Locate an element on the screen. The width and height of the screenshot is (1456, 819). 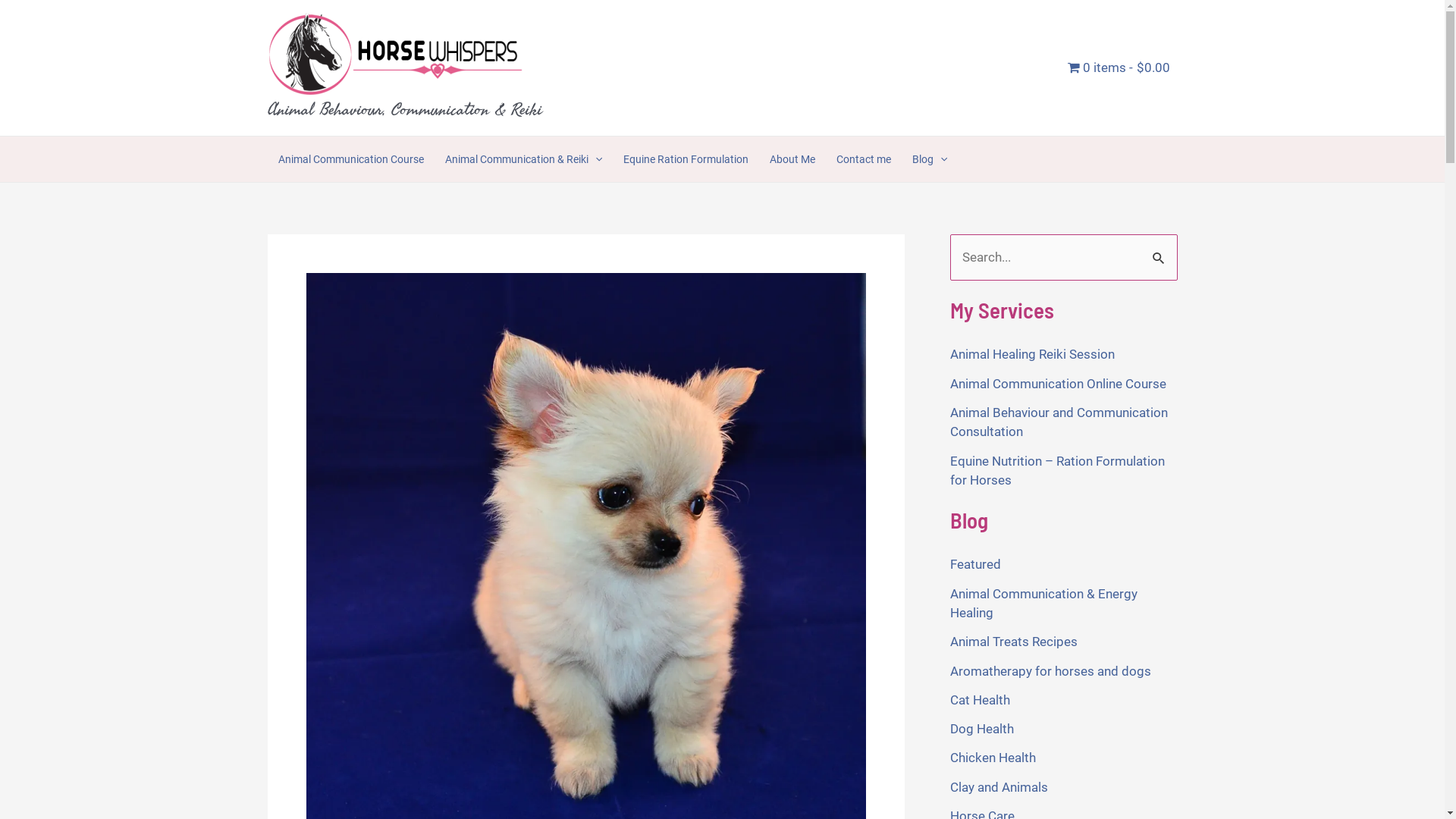
'Animal Communication Course' is located at coordinates (266, 158).